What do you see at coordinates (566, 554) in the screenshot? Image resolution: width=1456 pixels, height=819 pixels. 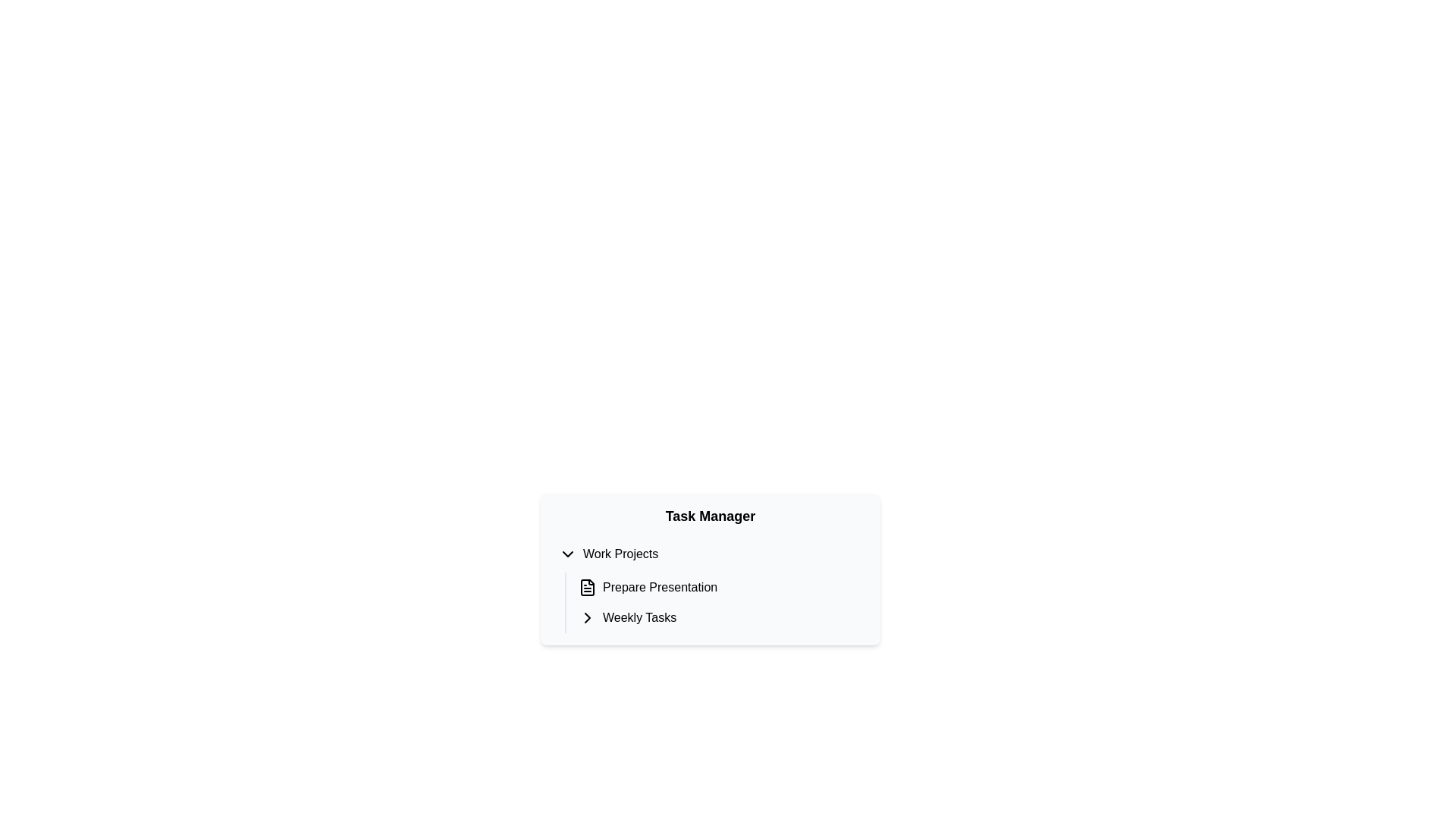 I see `the chevron icon` at bounding box center [566, 554].